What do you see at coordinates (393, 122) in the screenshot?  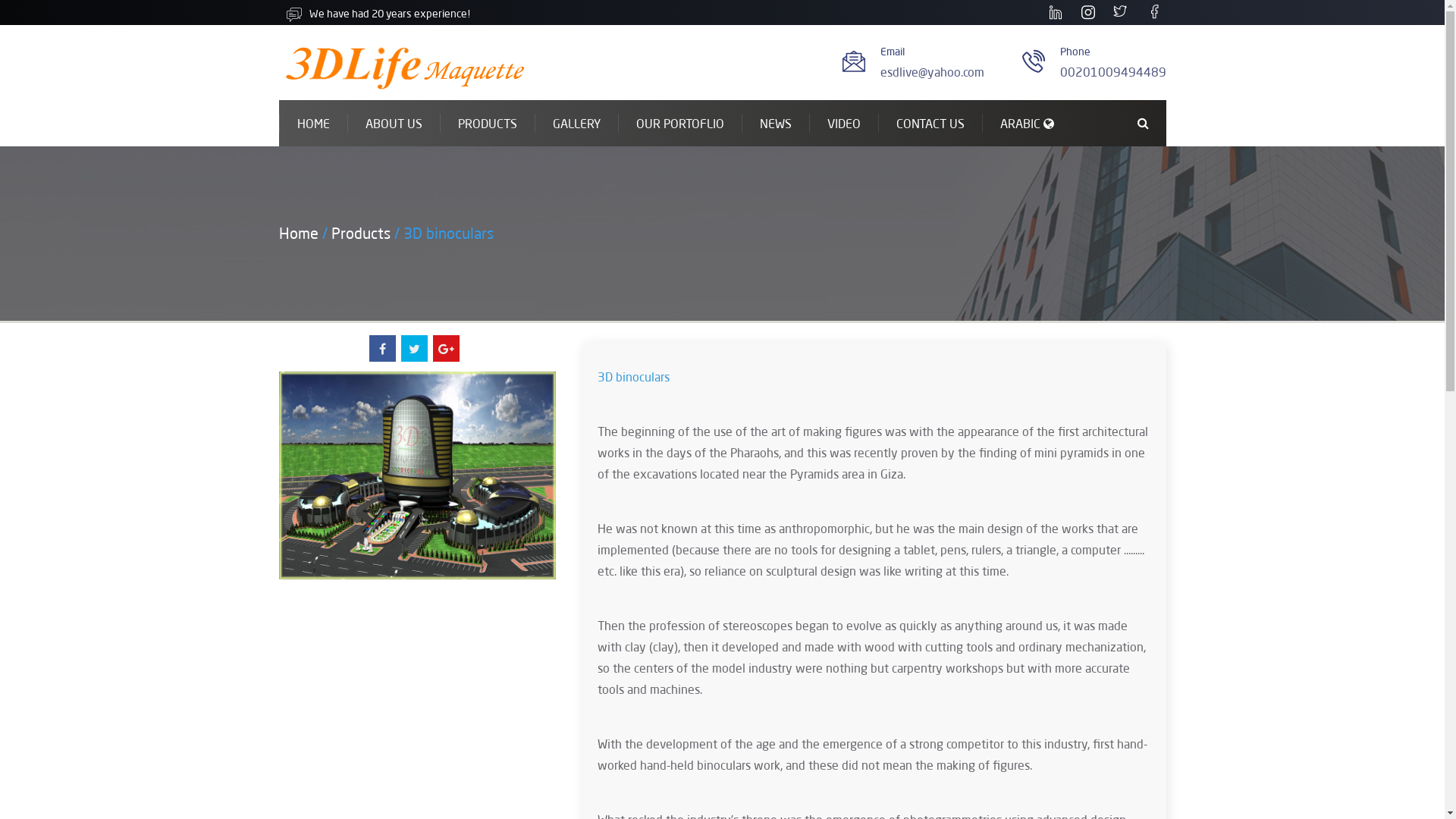 I see `'ABOUT US'` at bounding box center [393, 122].